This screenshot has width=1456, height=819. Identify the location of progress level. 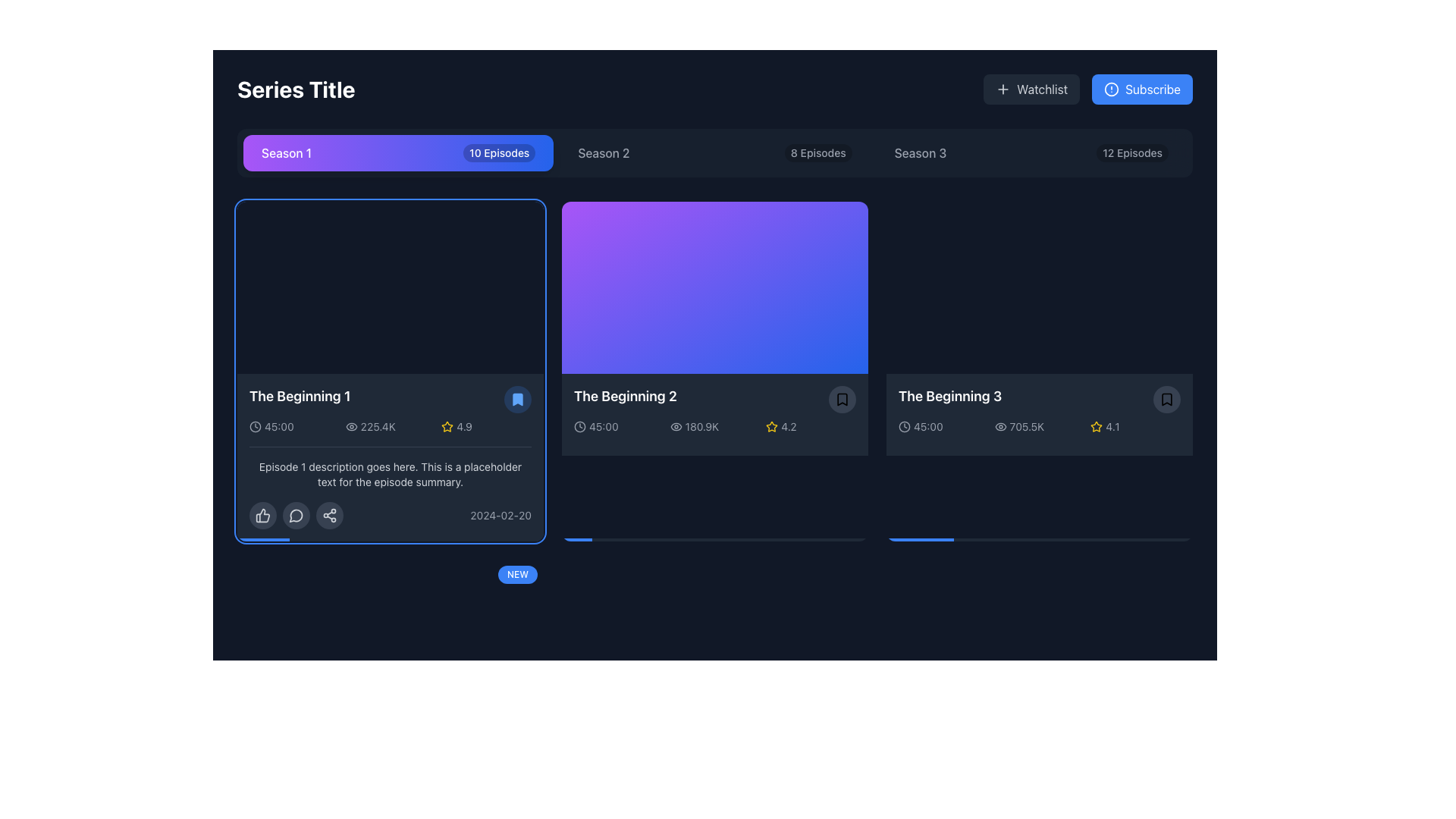
(1057, 539).